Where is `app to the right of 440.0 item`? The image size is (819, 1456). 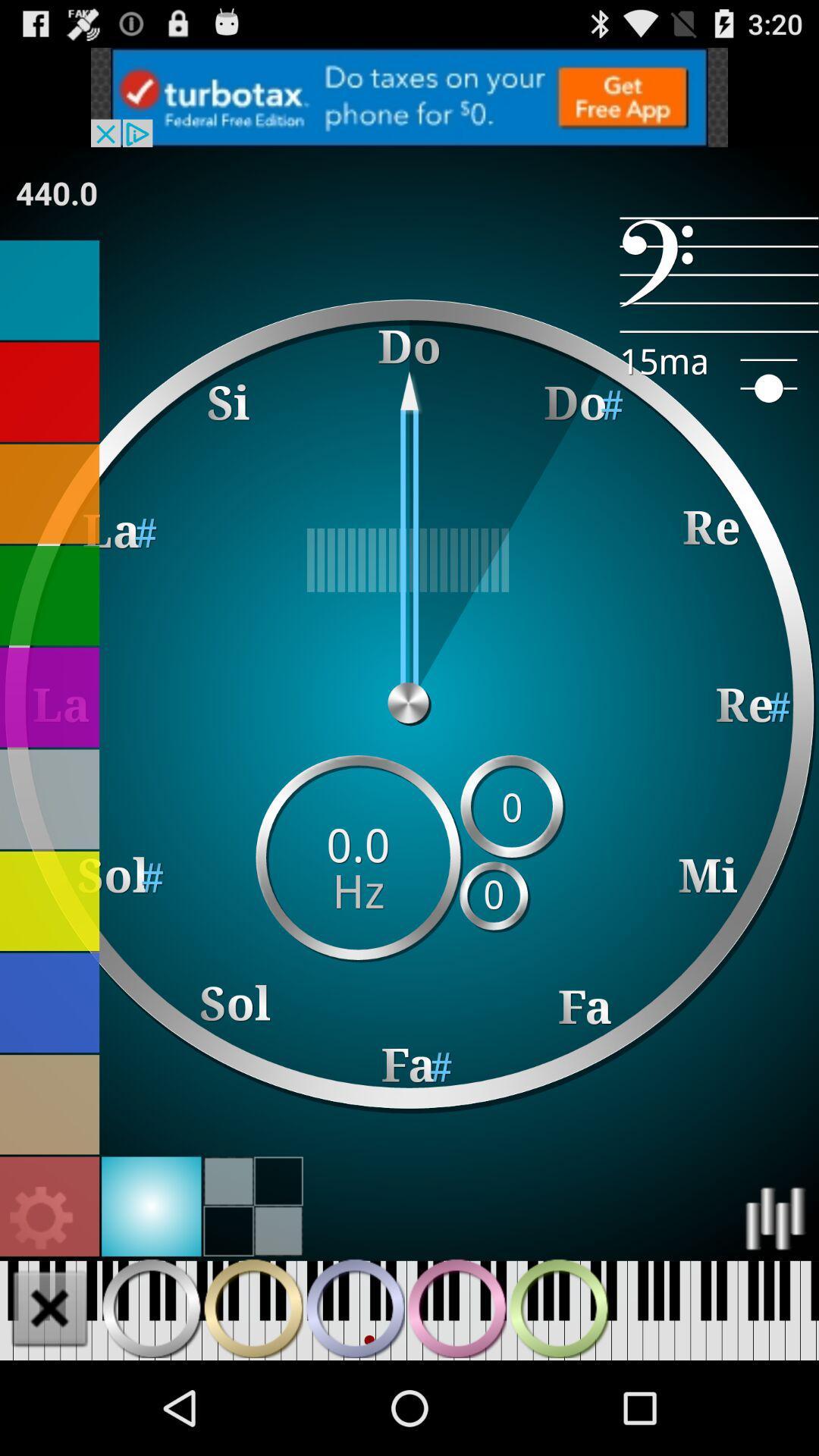
app to the right of 440.0 item is located at coordinates (718, 275).